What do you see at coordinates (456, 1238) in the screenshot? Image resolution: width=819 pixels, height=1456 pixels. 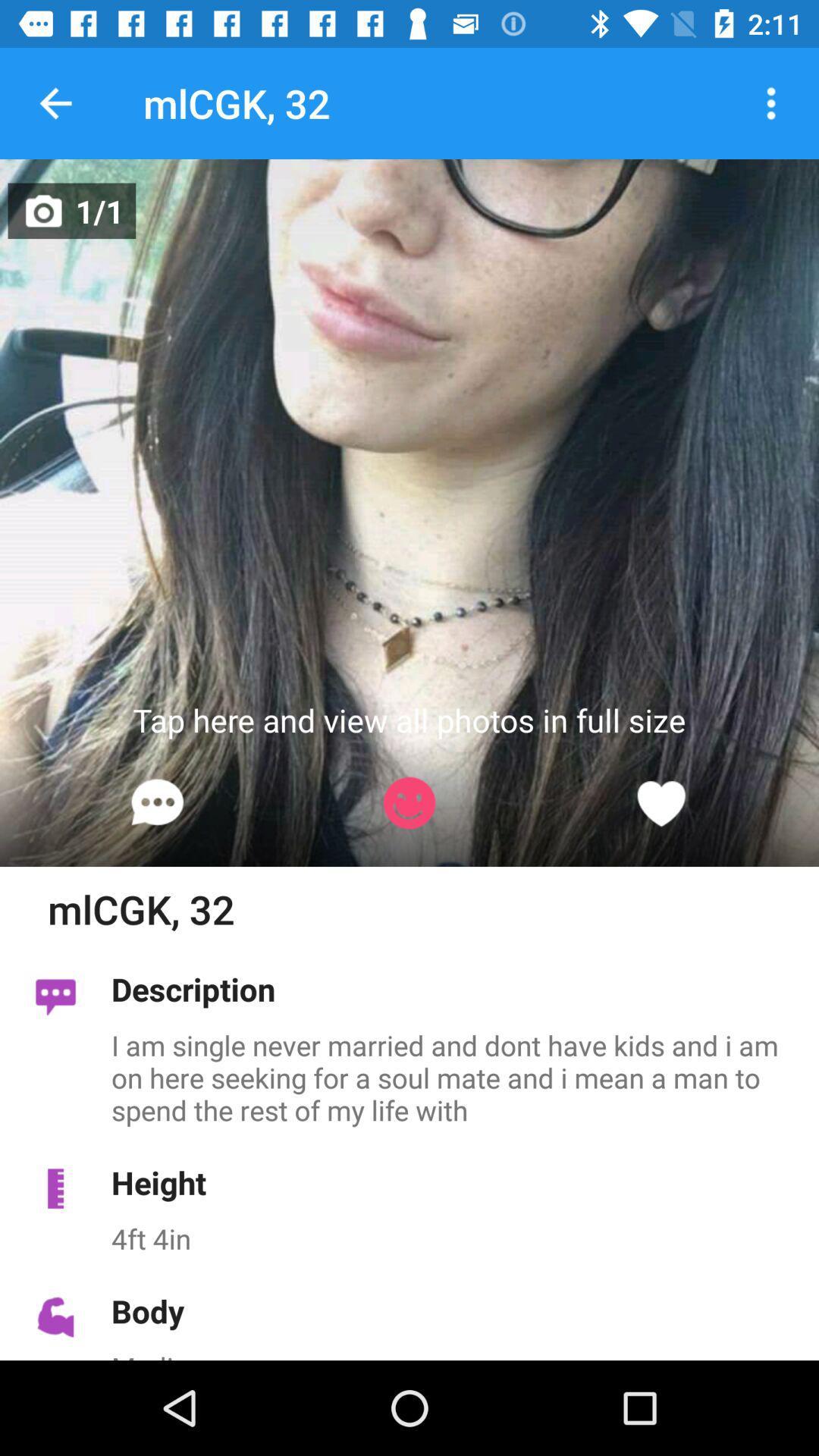 I see `the 4ft 4in icon` at bounding box center [456, 1238].